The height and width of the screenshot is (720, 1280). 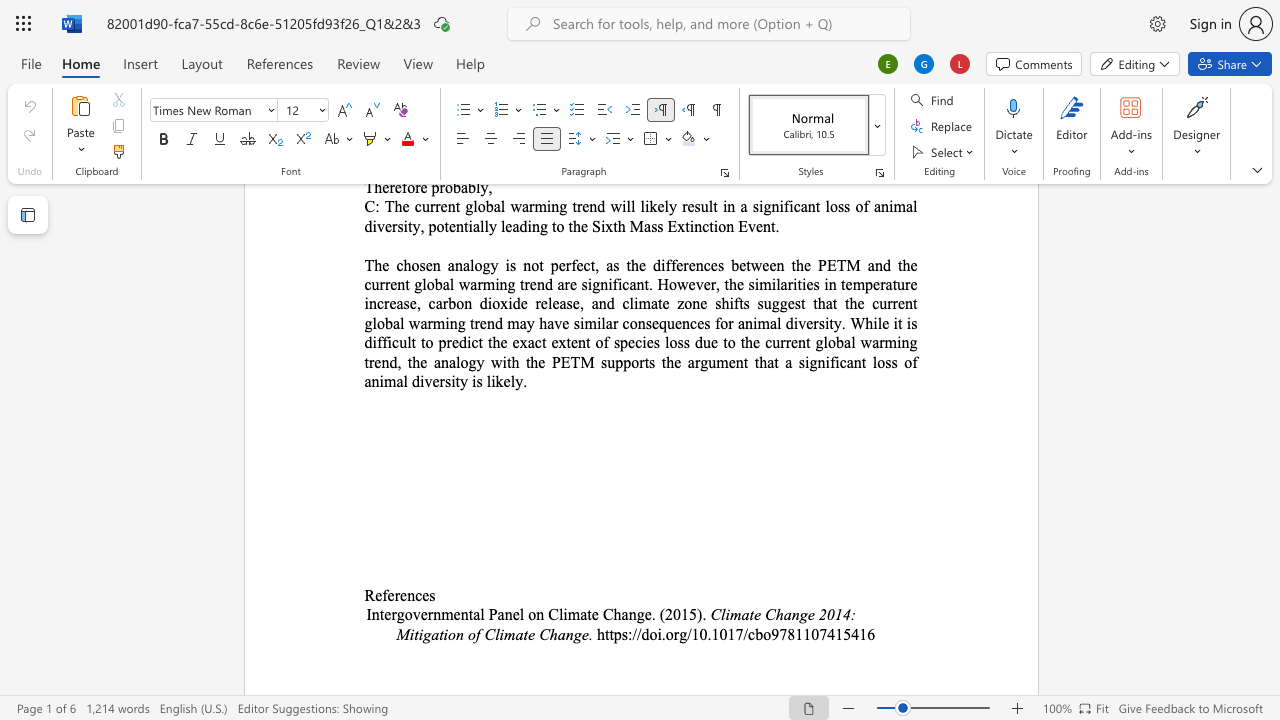 What do you see at coordinates (424, 594) in the screenshot?
I see `the 4th character "e" in the text` at bounding box center [424, 594].